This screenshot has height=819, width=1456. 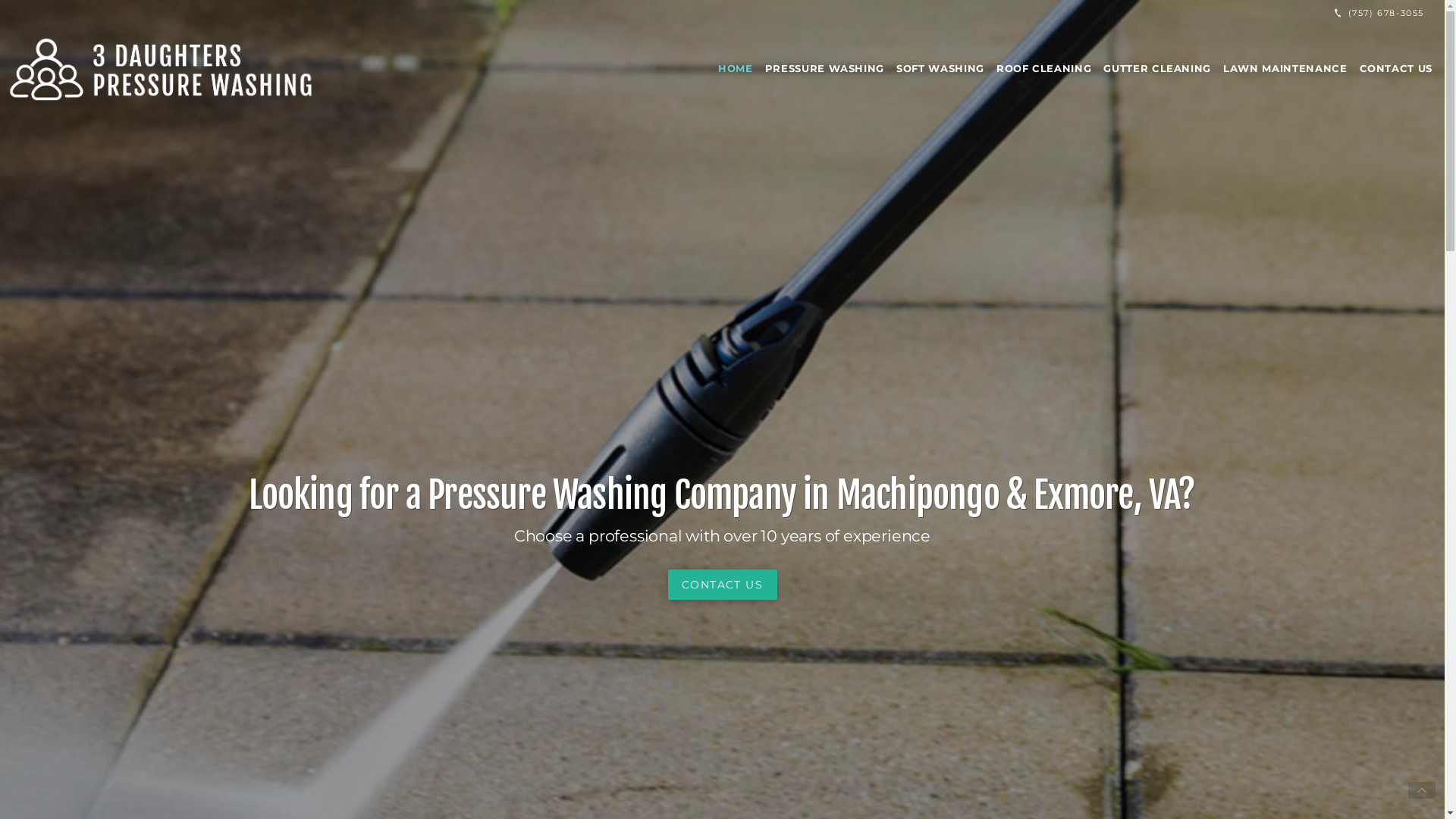 What do you see at coordinates (1216, 67) in the screenshot?
I see `'LAWN MAINTENANCE'` at bounding box center [1216, 67].